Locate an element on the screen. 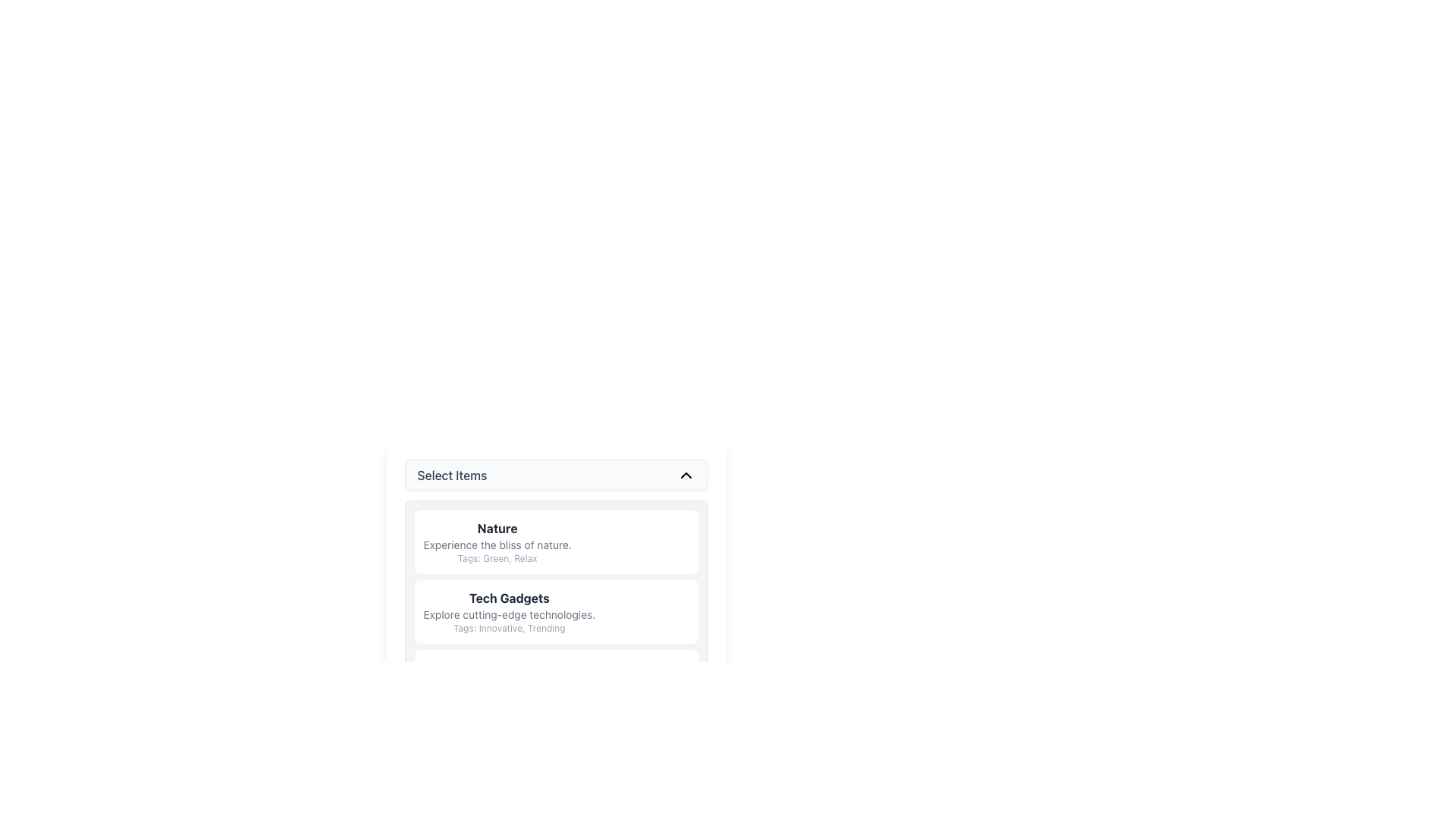  the static text element that provides a brief summary about 'Tech Gadgets', positioned vertically below the main title and above the tags is located at coordinates (509, 614).